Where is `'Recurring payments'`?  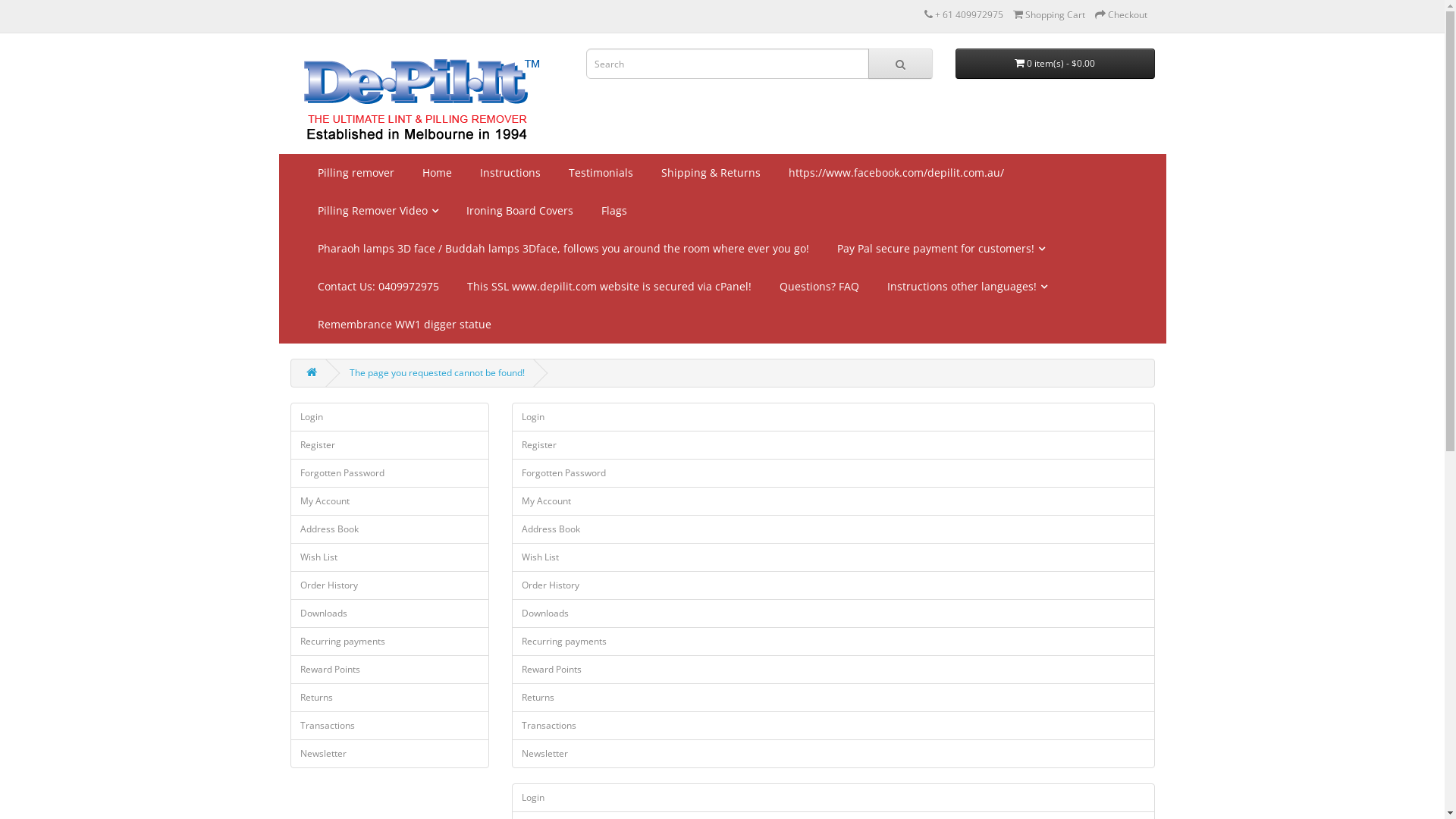
'Recurring payments' is located at coordinates (389, 641).